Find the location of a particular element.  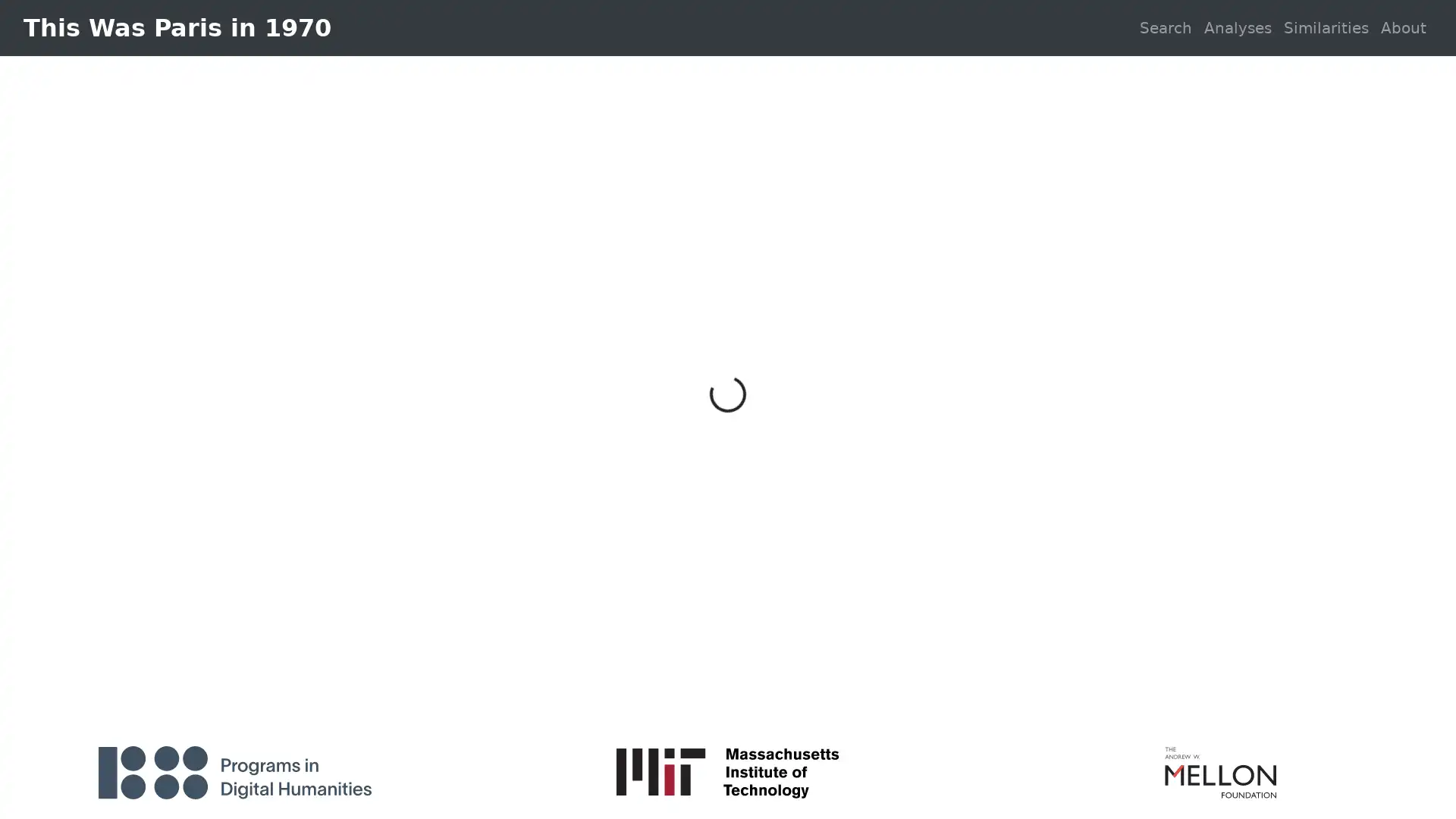

Zoom in is located at coordinates (20, 690).